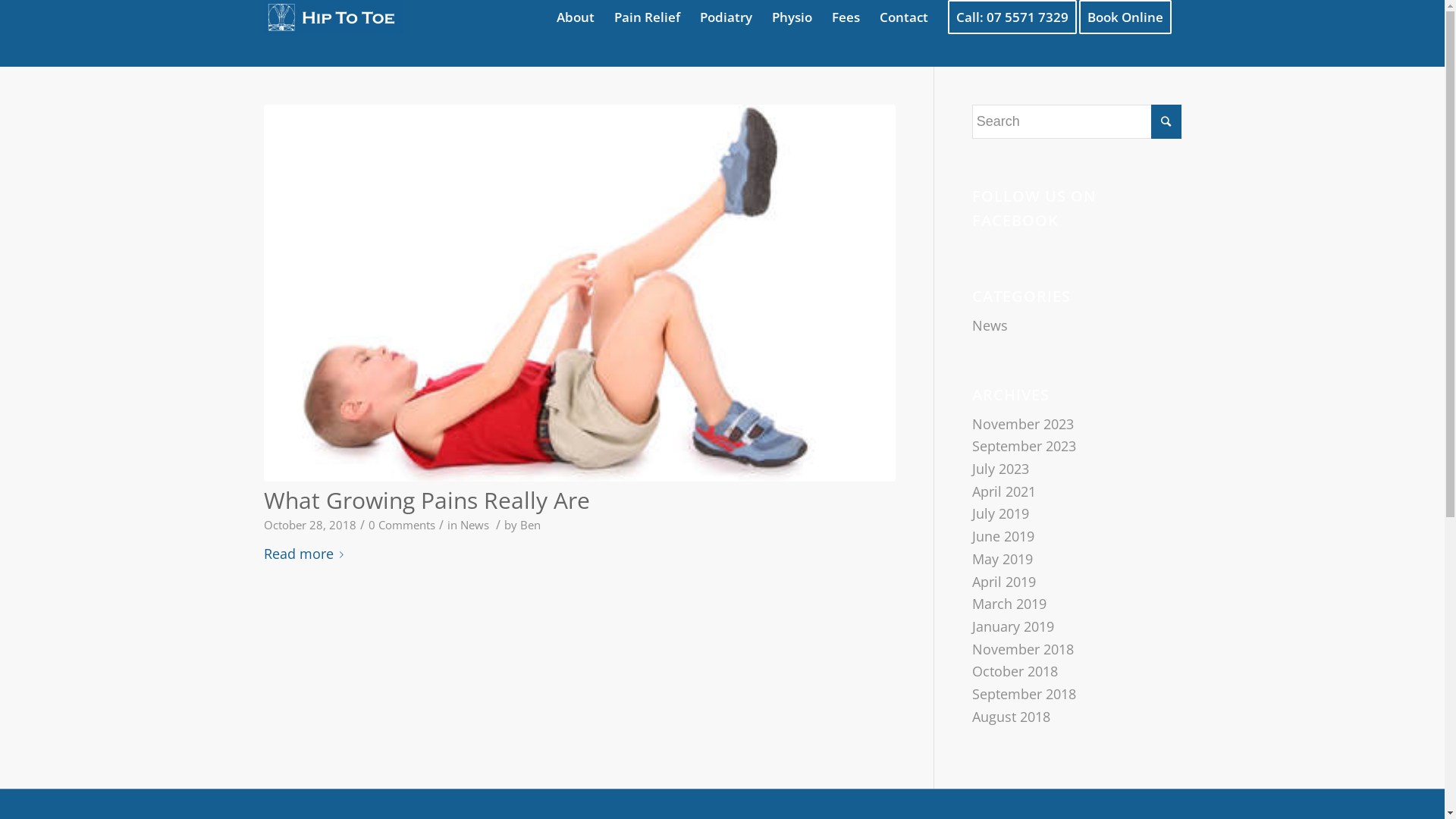  Describe the element at coordinates (425, 500) in the screenshot. I see `'What Growing Pains Really Are'` at that location.